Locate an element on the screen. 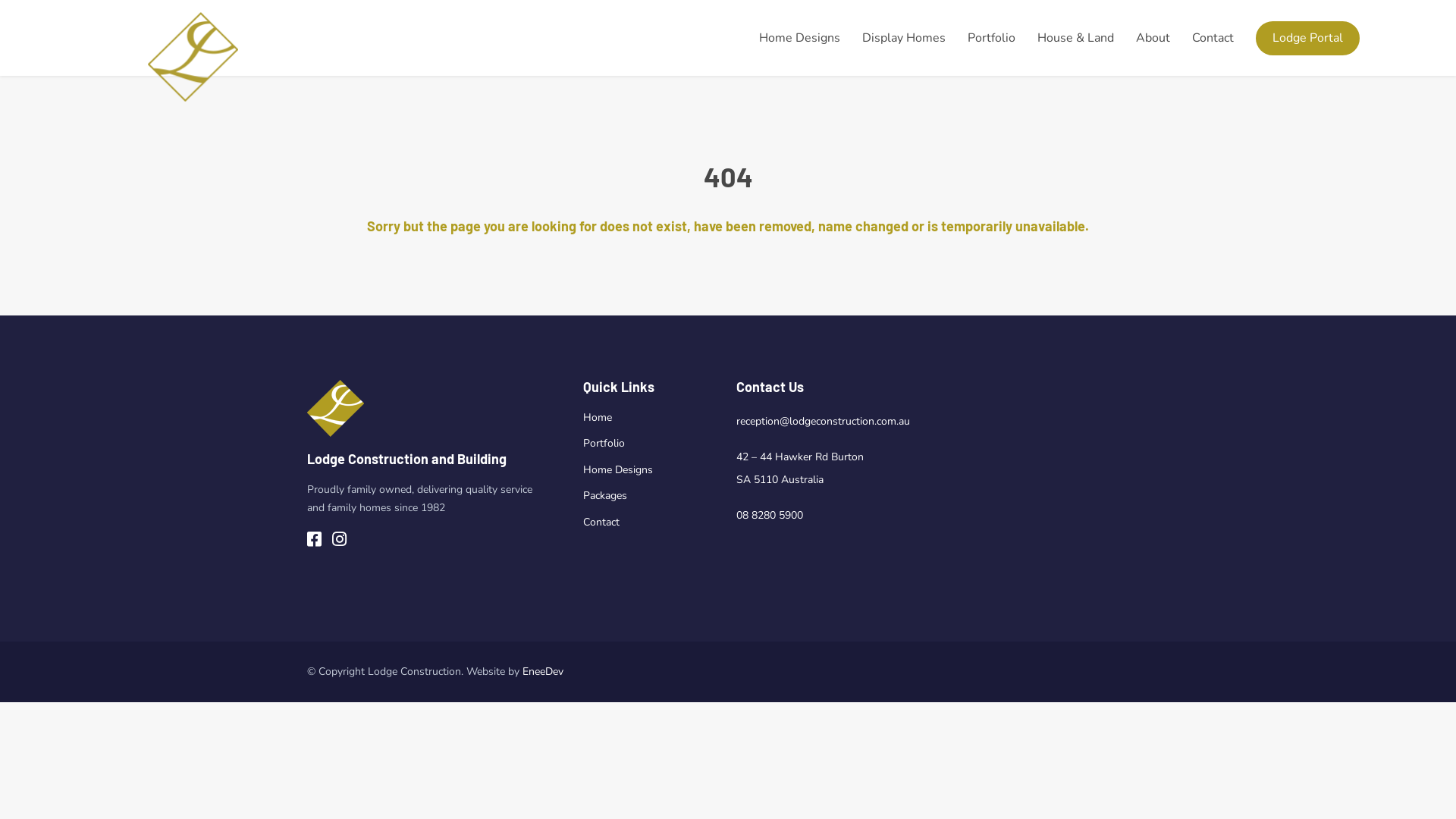  'EneeDev' is located at coordinates (542, 670).